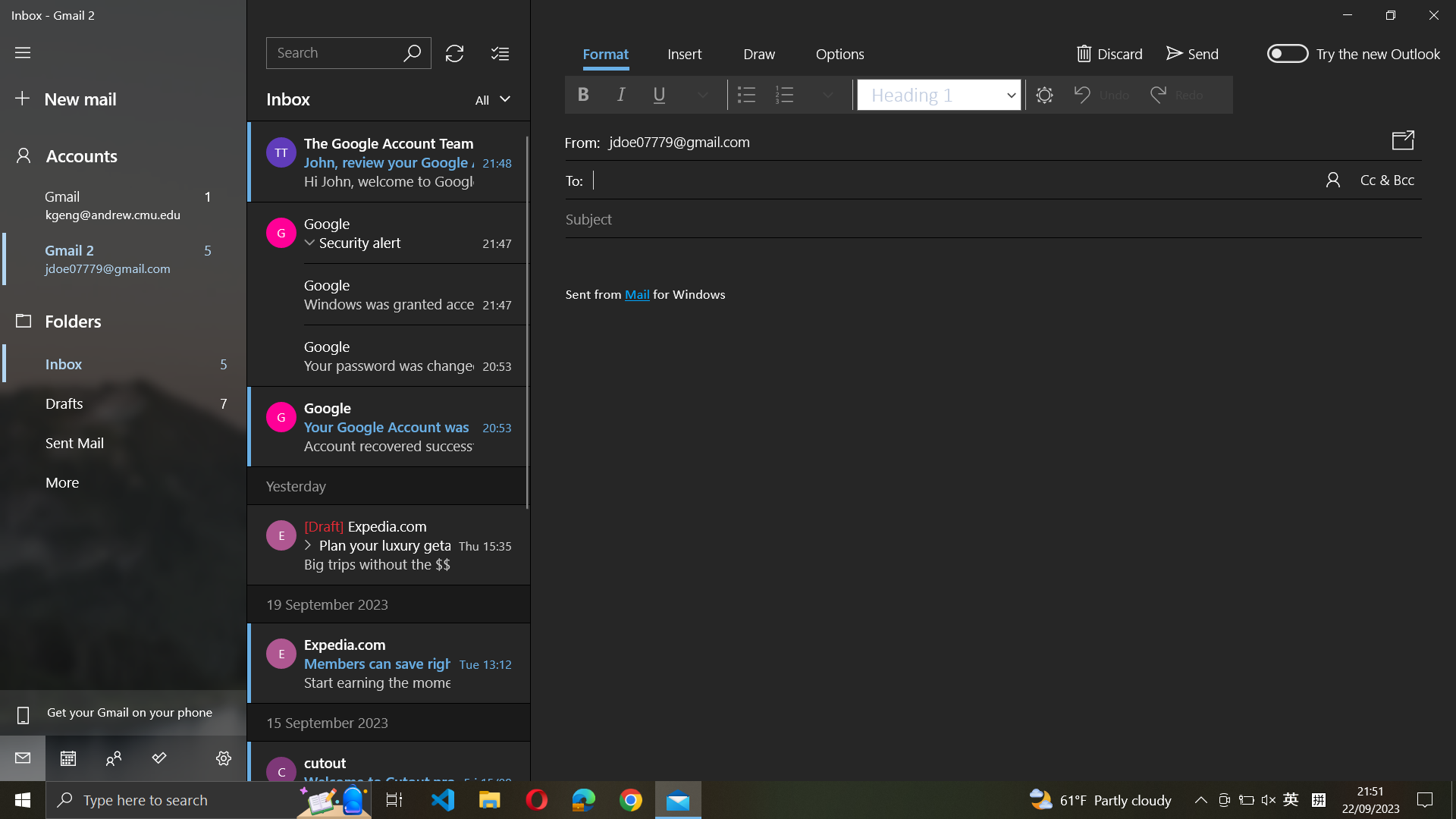 The height and width of the screenshot is (819, 1456). Describe the element at coordinates (125, 99) in the screenshot. I see `Compose a new mail` at that location.